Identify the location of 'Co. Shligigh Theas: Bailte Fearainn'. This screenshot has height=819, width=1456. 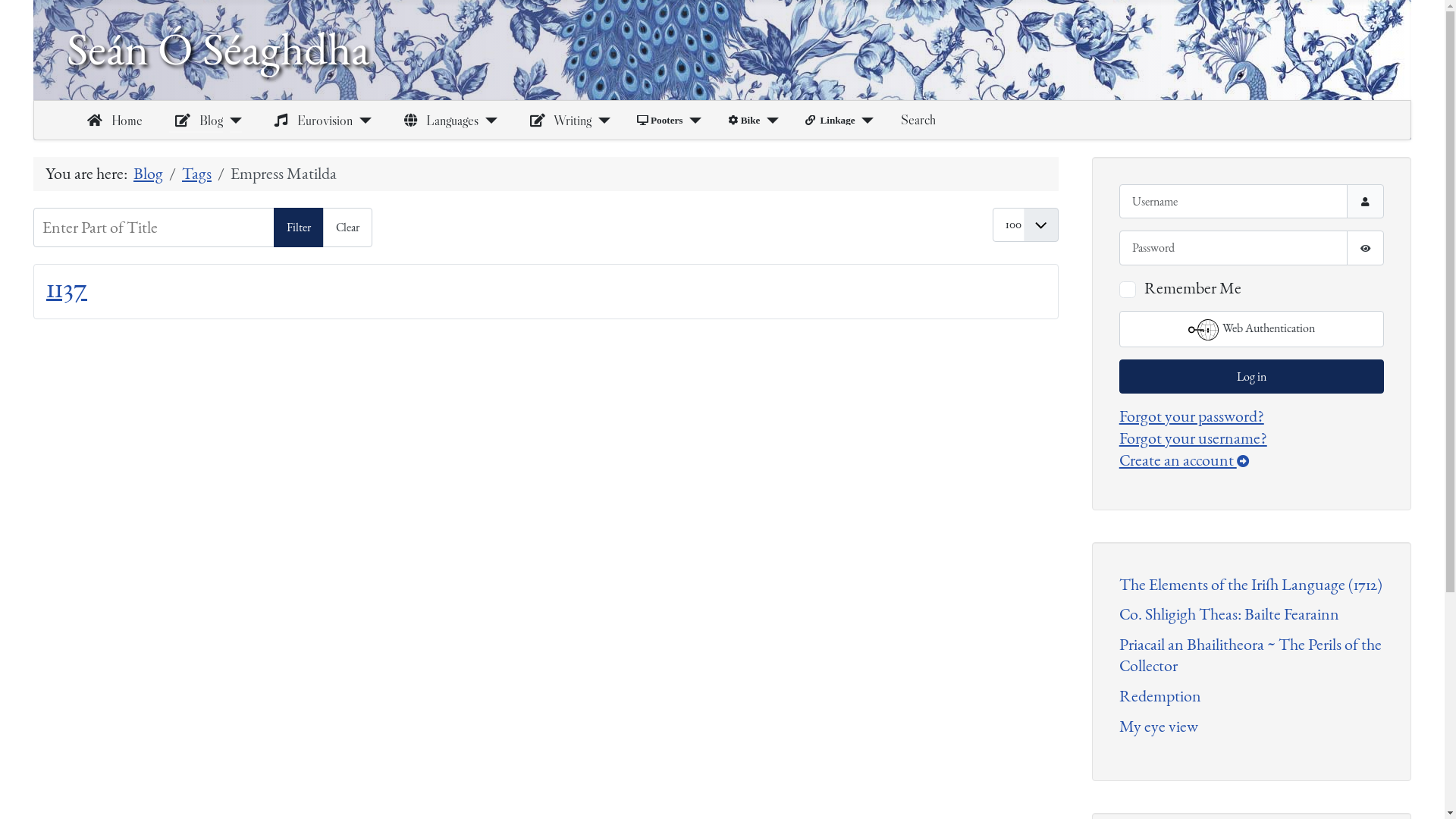
(1229, 614).